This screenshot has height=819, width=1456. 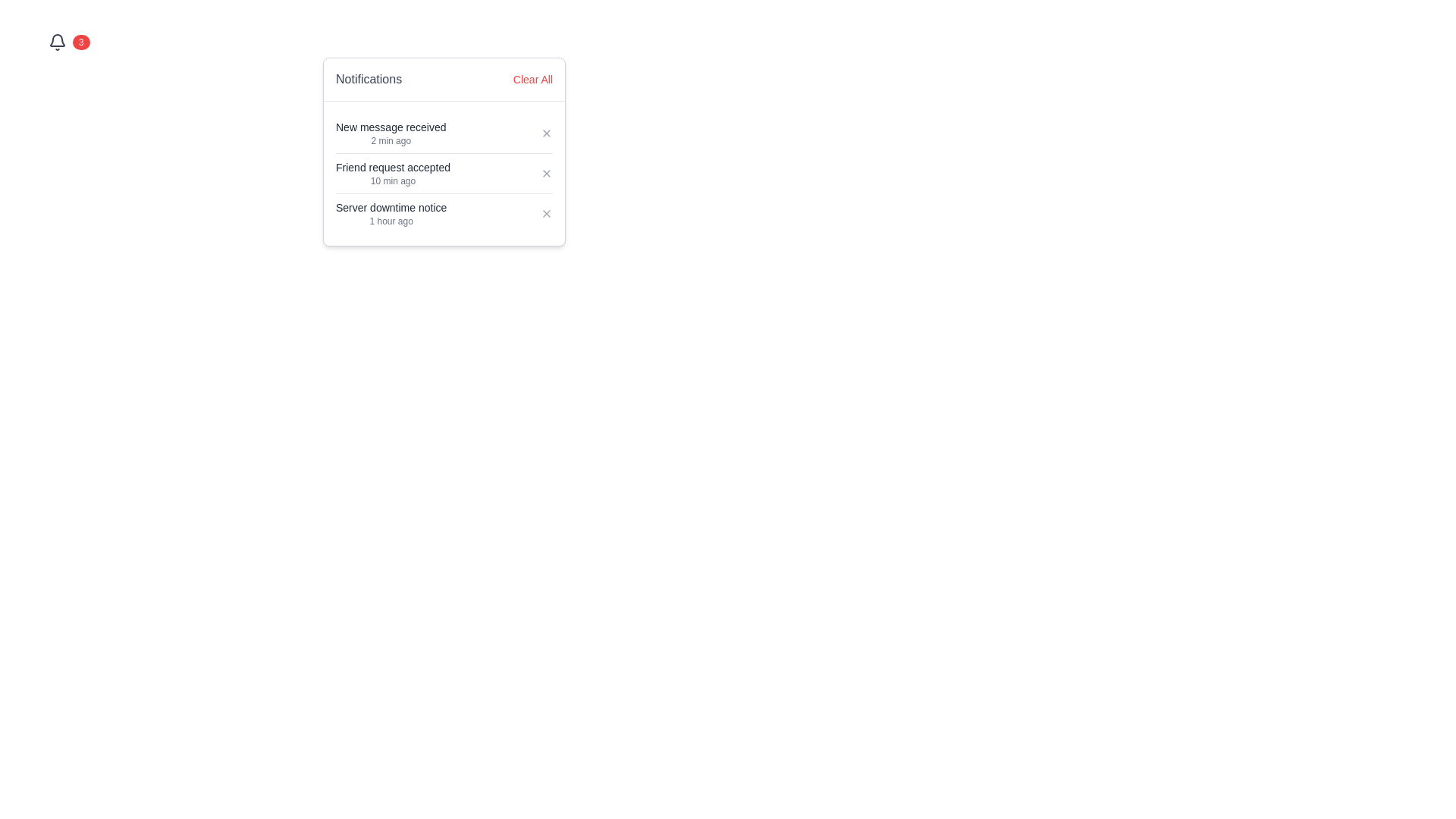 What do you see at coordinates (391, 133) in the screenshot?
I see `the notification item that displays 'New message received' and '2 min ago' in the notification panel` at bounding box center [391, 133].